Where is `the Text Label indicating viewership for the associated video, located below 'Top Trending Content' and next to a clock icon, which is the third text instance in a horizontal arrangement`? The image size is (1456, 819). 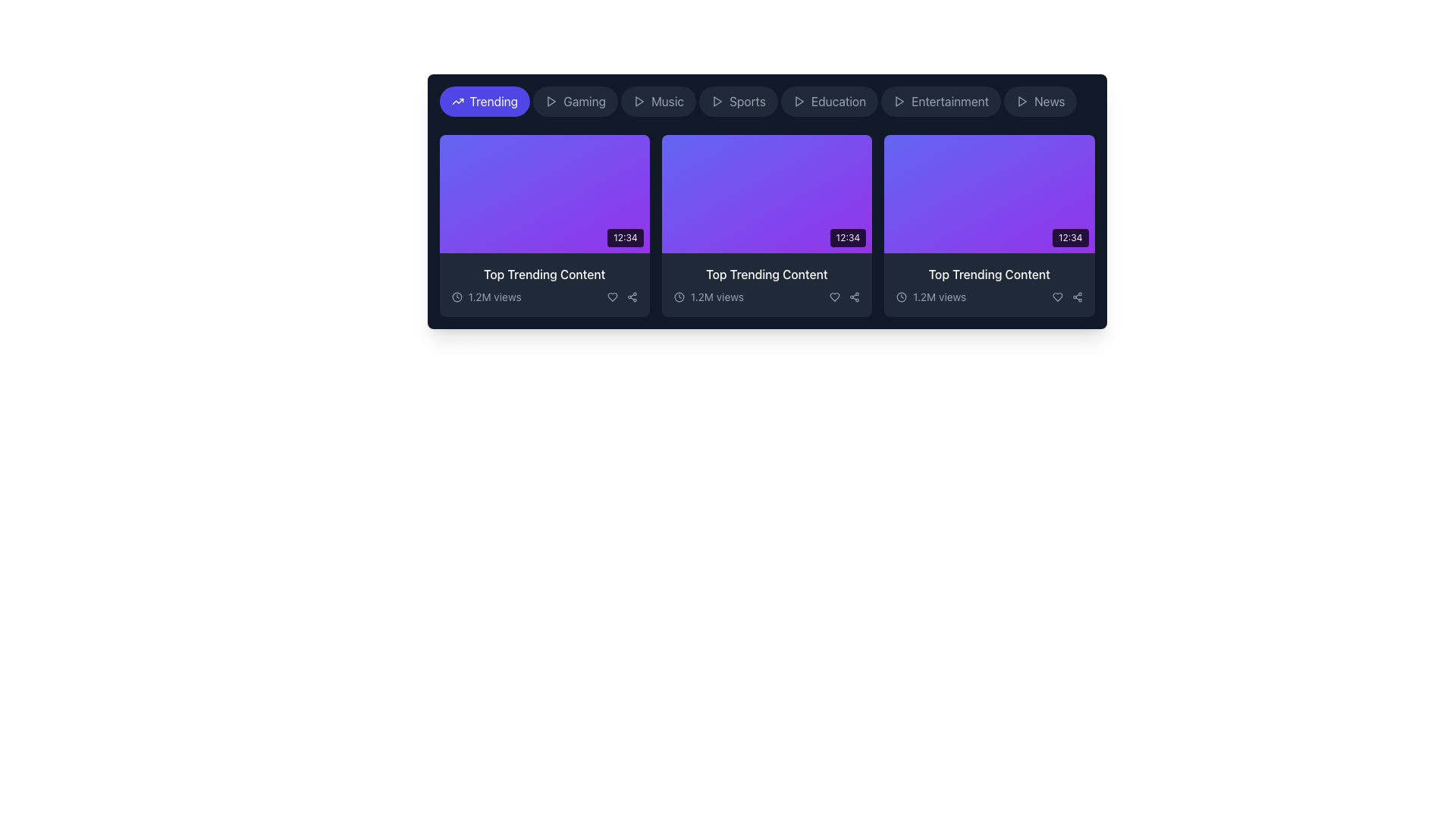 the Text Label indicating viewership for the associated video, located below 'Top Trending Content' and next to a clock icon, which is the third text instance in a horizontal arrangement is located at coordinates (939, 297).